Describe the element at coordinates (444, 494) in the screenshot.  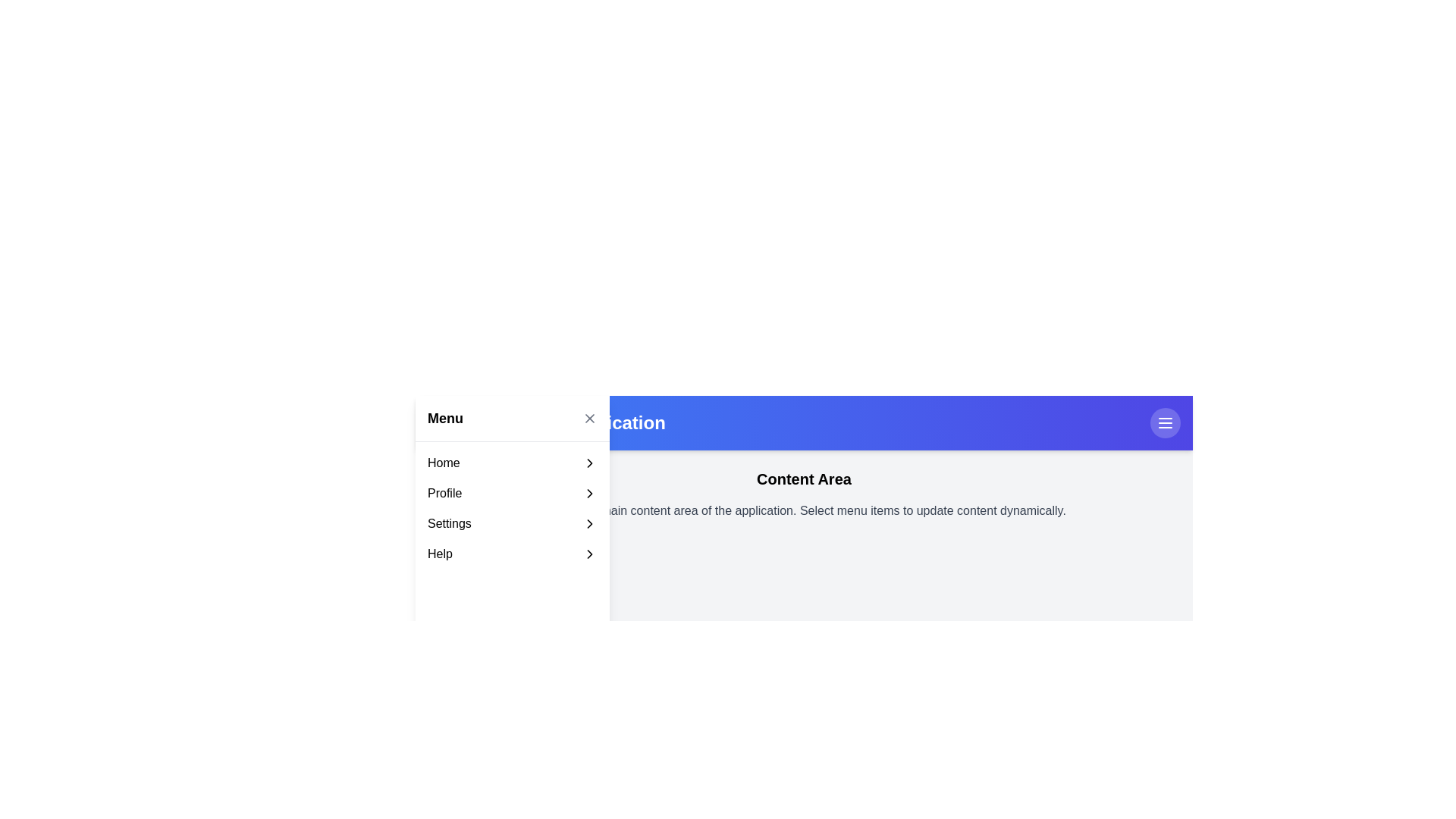
I see `the 'Profile' navigation link in the vertical menu` at that location.